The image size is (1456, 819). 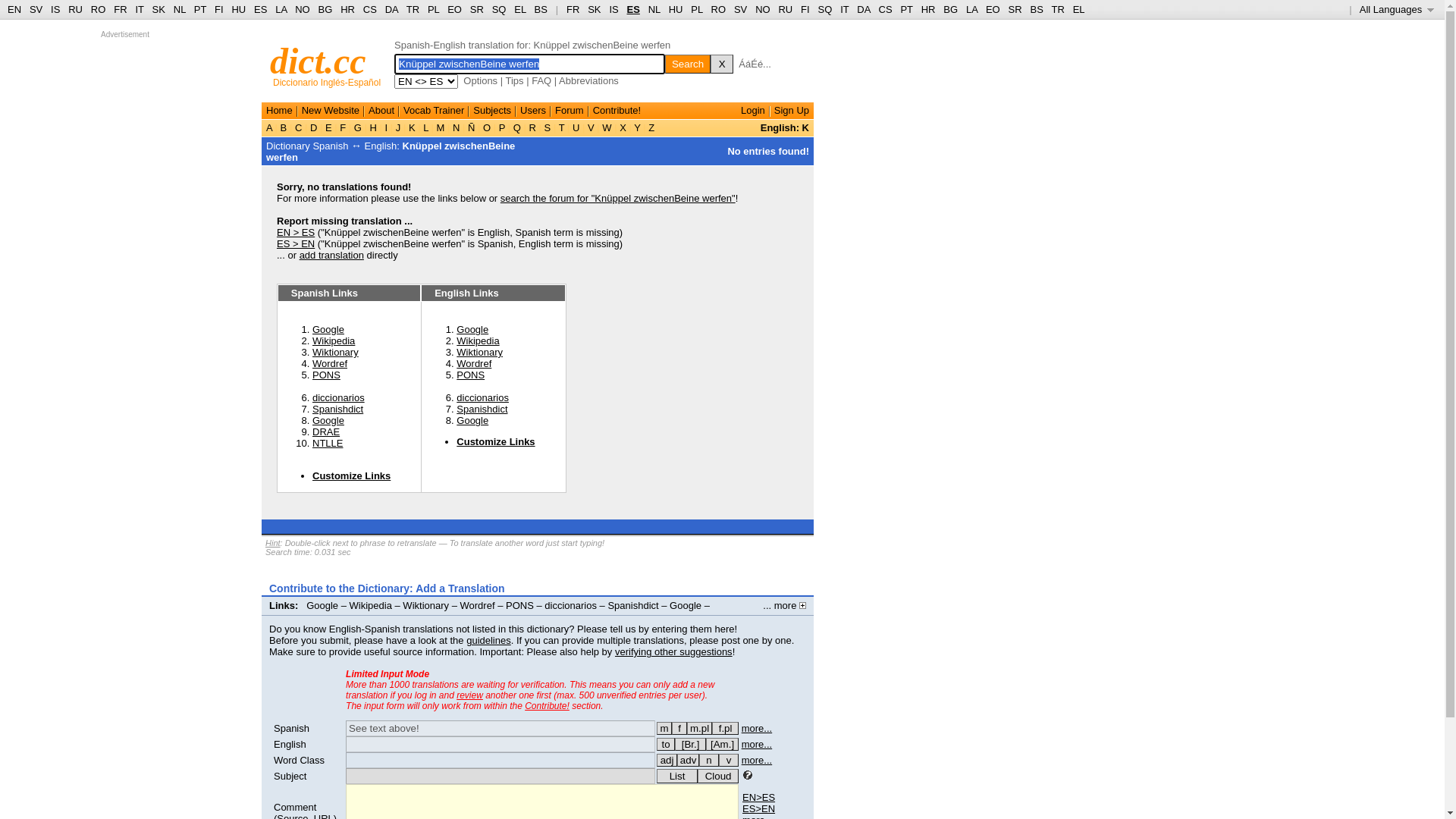 I want to click on 'Spanishdict', so click(x=481, y=408).